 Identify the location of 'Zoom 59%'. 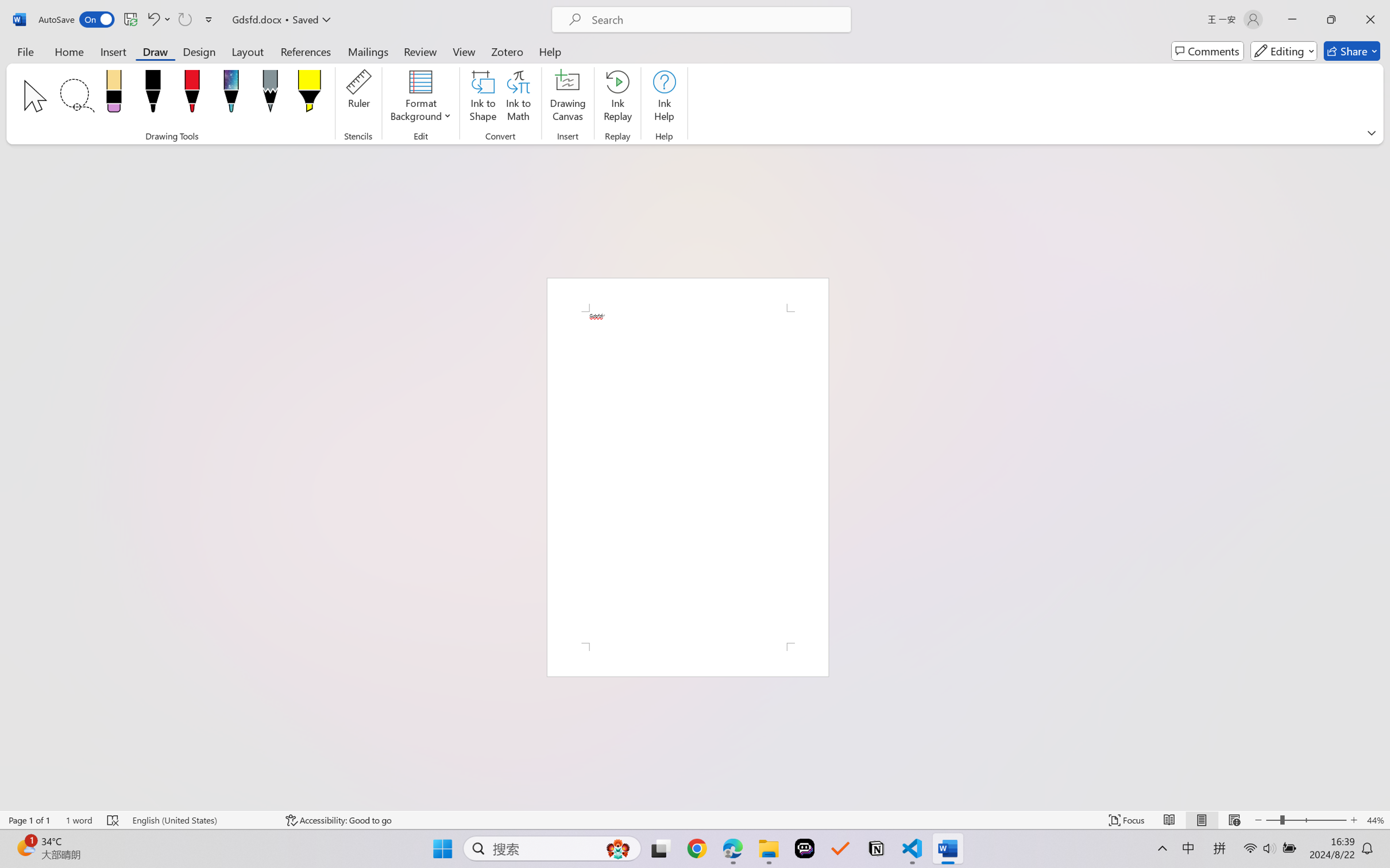
(1366, 837).